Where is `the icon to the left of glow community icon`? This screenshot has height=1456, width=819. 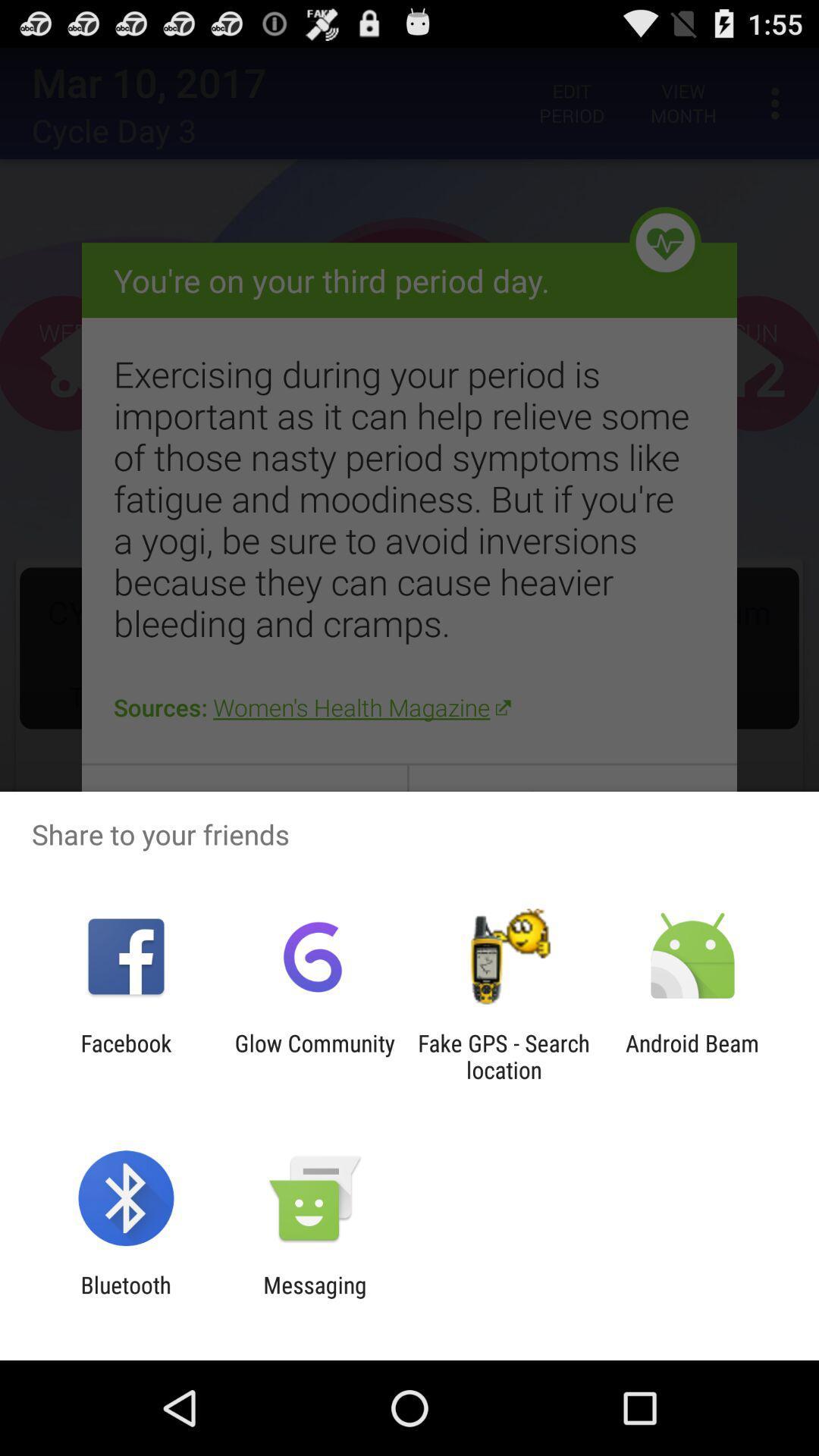 the icon to the left of glow community icon is located at coordinates (125, 1056).